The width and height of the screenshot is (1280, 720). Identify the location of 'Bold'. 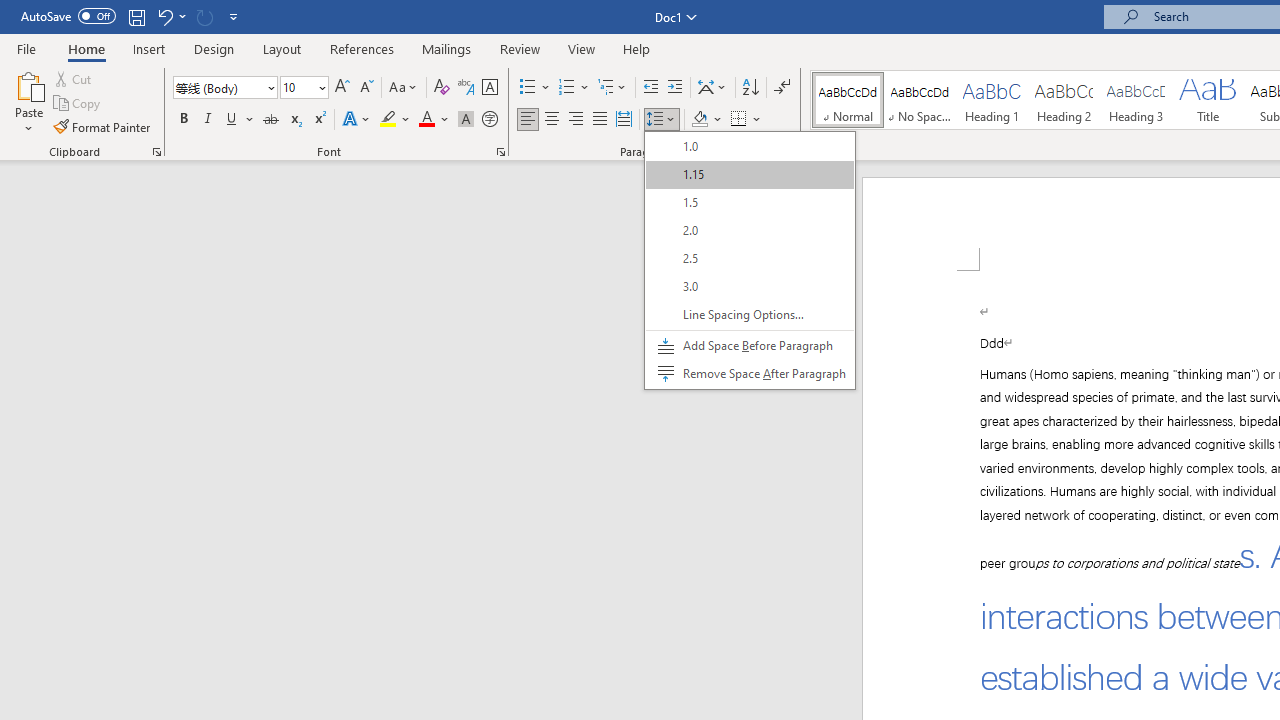
(183, 119).